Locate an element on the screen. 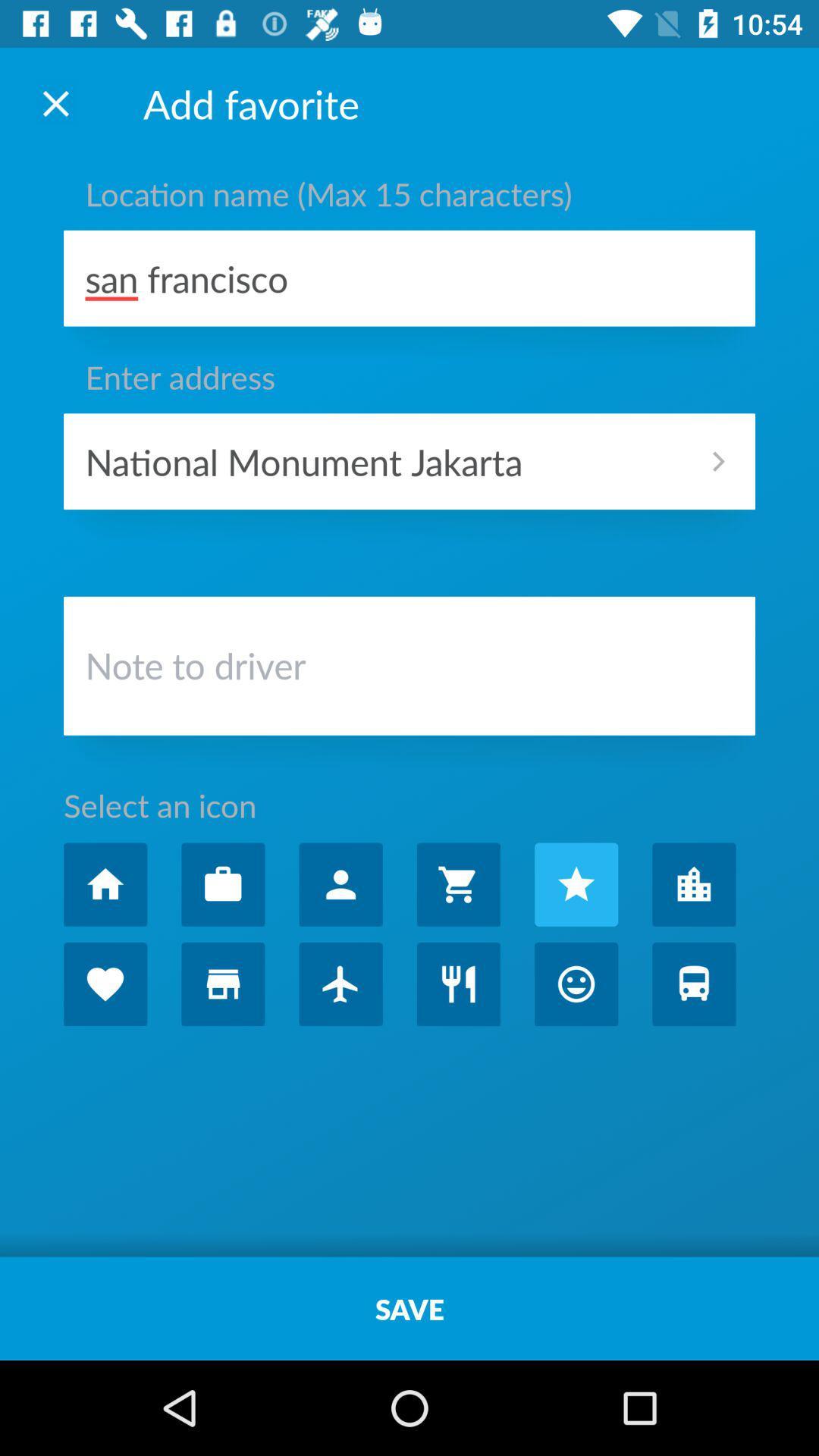 Image resolution: width=819 pixels, height=1456 pixels. click blue star is located at coordinates (576, 884).